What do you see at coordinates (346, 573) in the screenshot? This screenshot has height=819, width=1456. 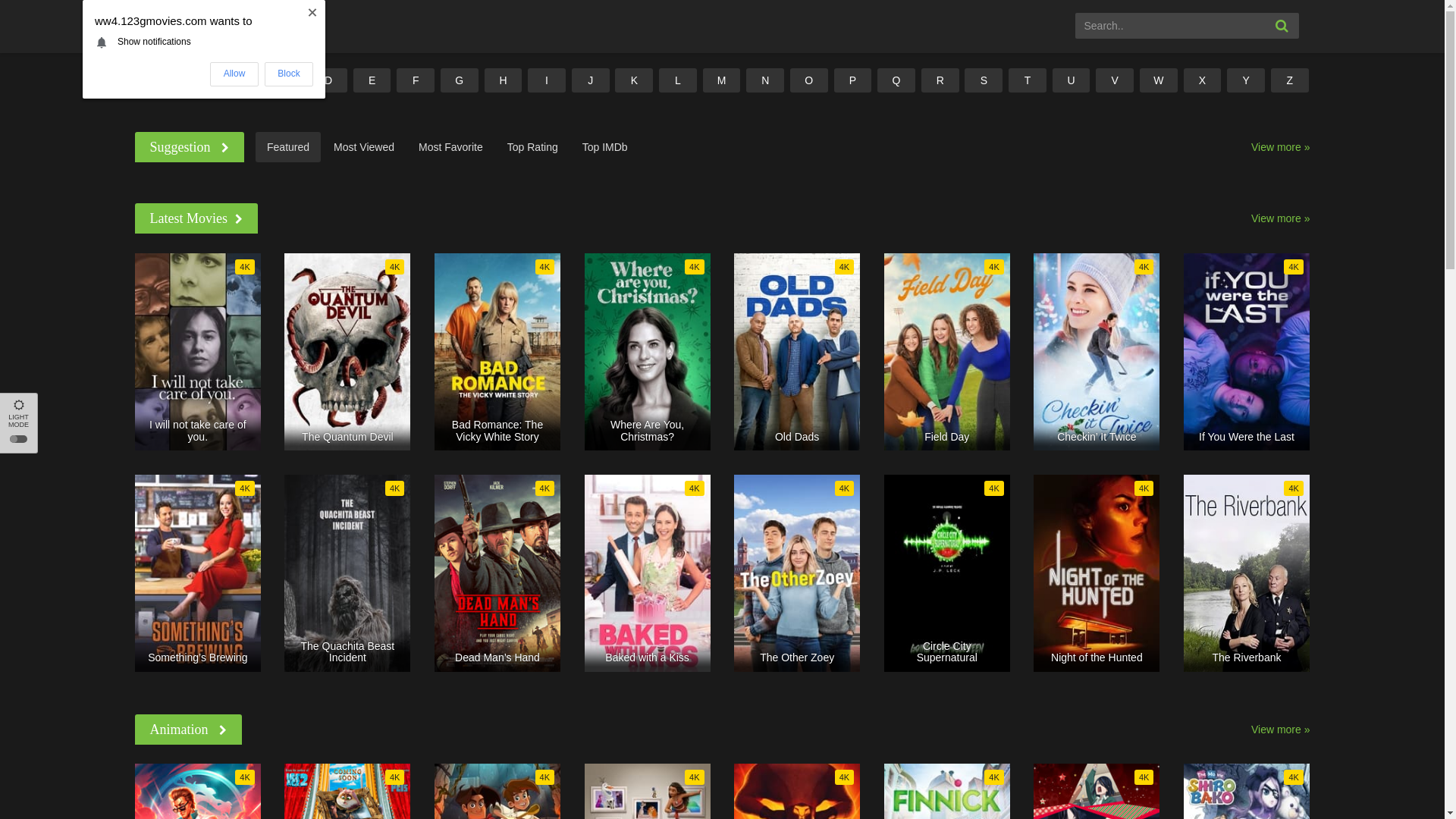 I see `'4K` at bounding box center [346, 573].